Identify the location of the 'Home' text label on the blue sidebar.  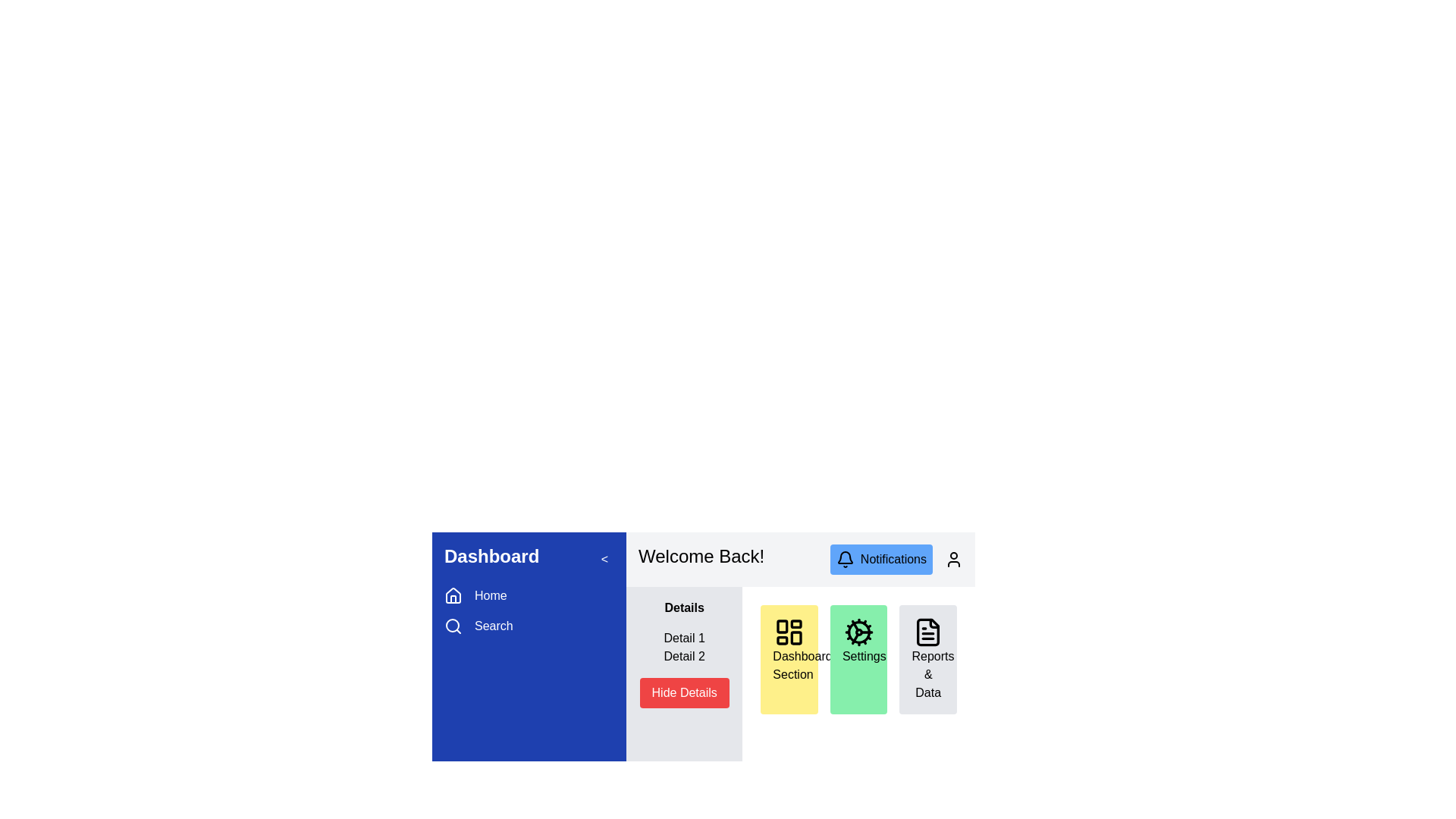
(491, 595).